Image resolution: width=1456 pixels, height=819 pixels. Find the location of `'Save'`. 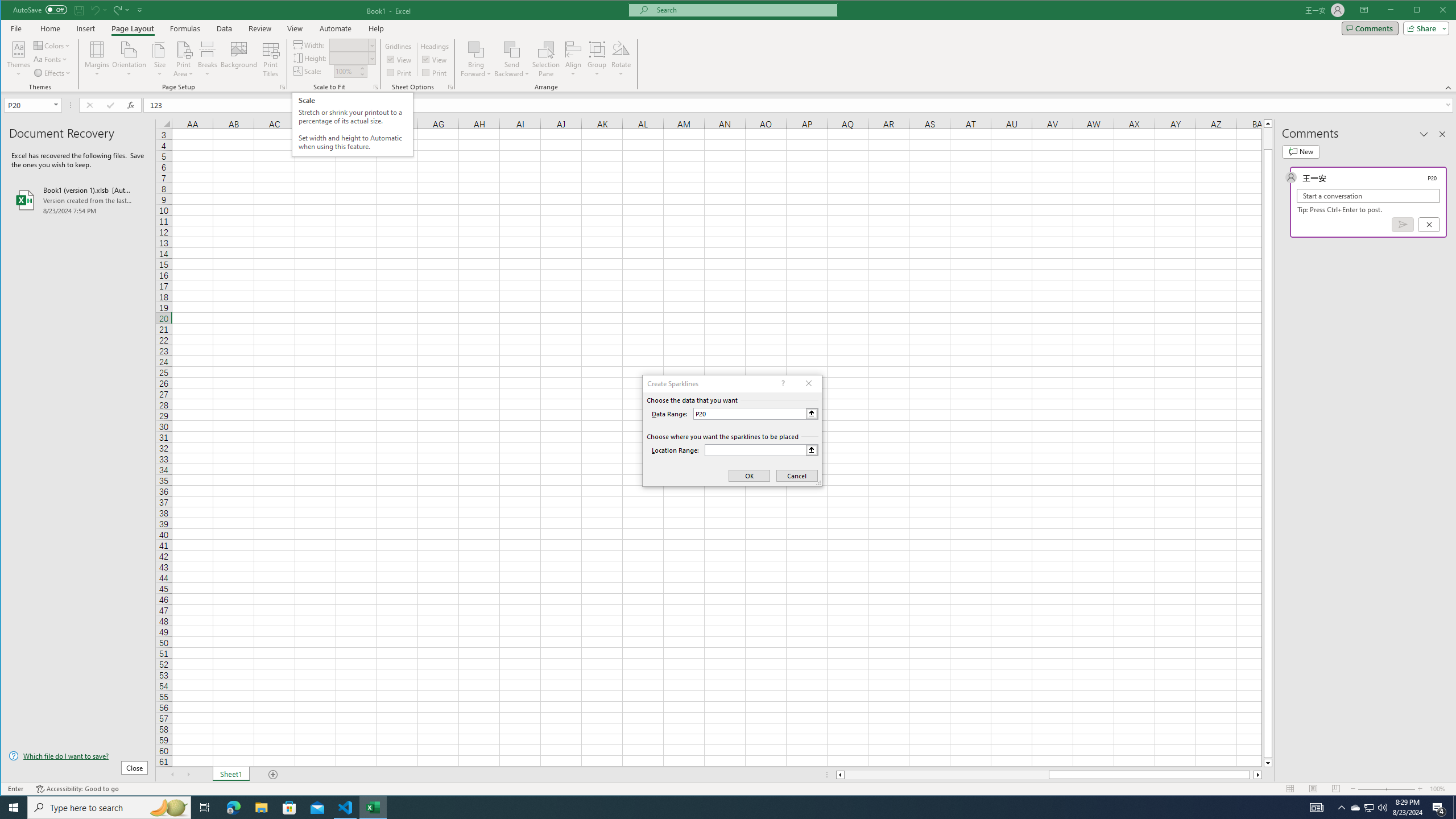

'Save' is located at coordinates (78, 9).